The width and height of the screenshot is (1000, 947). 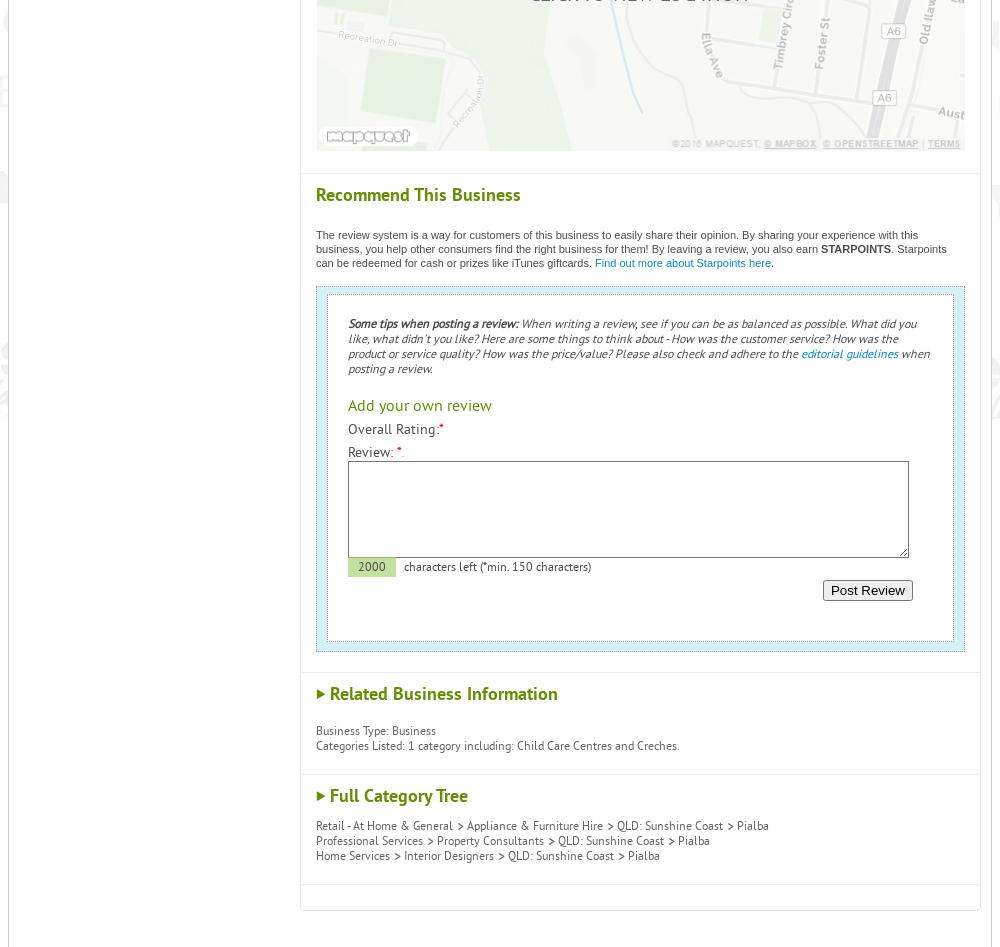 I want to click on 'Find out more about Starpoints here.', so click(x=684, y=262).